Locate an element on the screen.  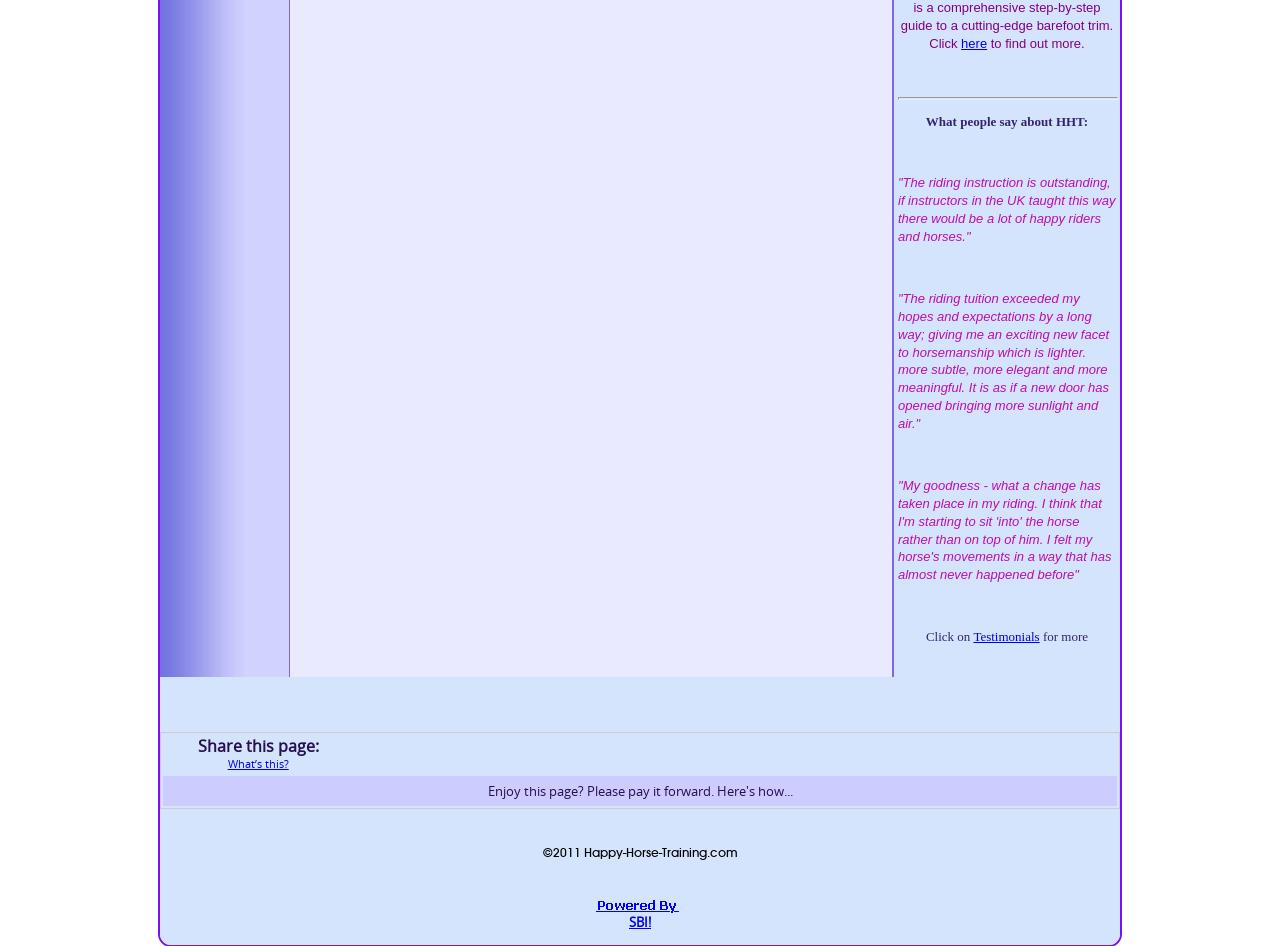
'"The riding tuition exceeded my hopes and expectations
by a long way; giving me an exciting new facet to horsemanship which is
lighter. more subtle, more elegant and more meaningful. It is as if a
new door has opened bringing more sunlight and air."' is located at coordinates (1003, 360).